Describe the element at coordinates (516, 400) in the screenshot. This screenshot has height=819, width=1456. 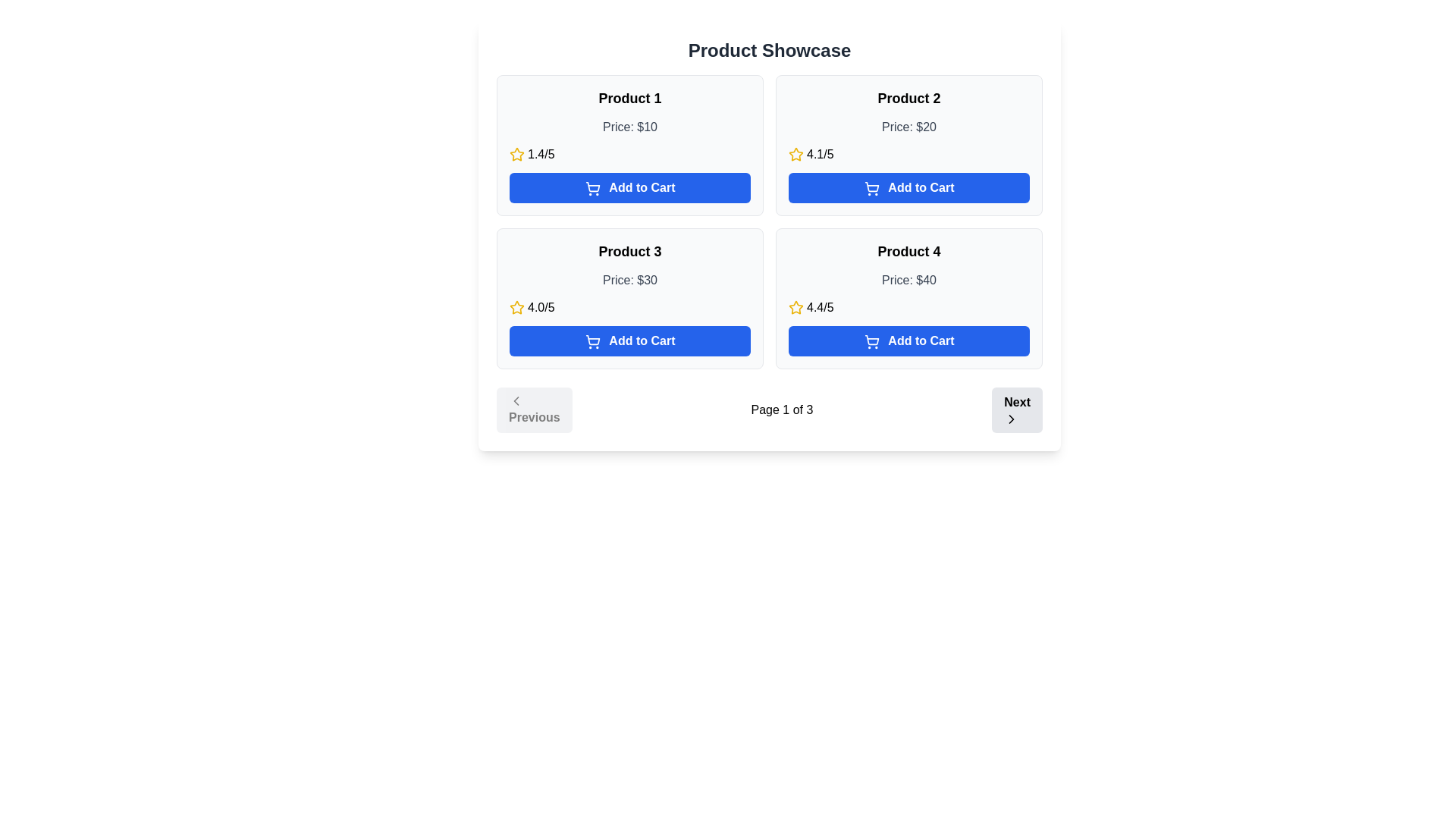
I see `the leftward-pointing chevron arrow SVG icon located within the 'Previous' button at the bottom left corner of the layout` at that location.